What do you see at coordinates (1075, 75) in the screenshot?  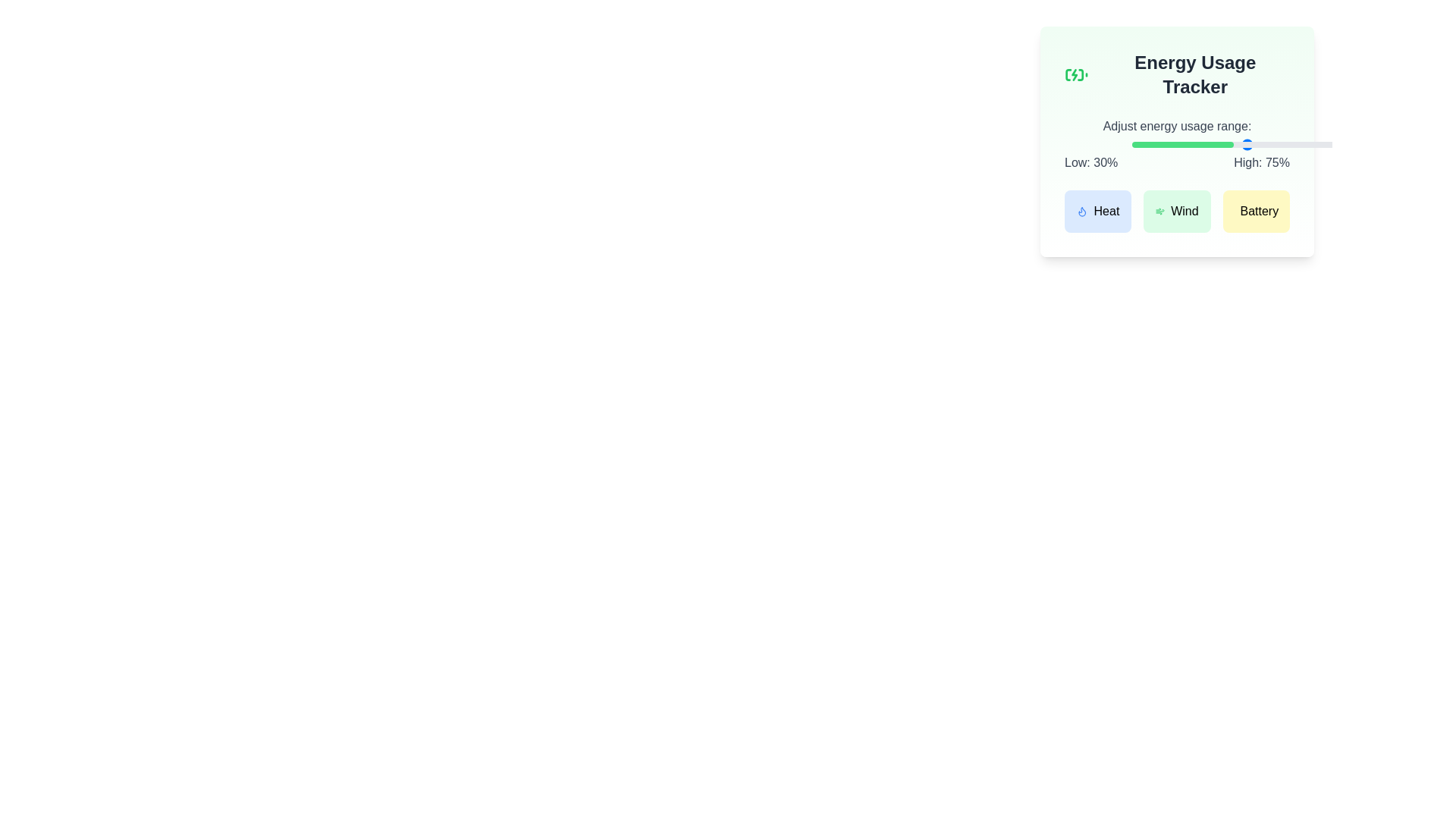 I see `the icon located in the top-left corner of the 'Energy Usage Tracker' card, which indicates functionality related to energy usage and charging` at bounding box center [1075, 75].